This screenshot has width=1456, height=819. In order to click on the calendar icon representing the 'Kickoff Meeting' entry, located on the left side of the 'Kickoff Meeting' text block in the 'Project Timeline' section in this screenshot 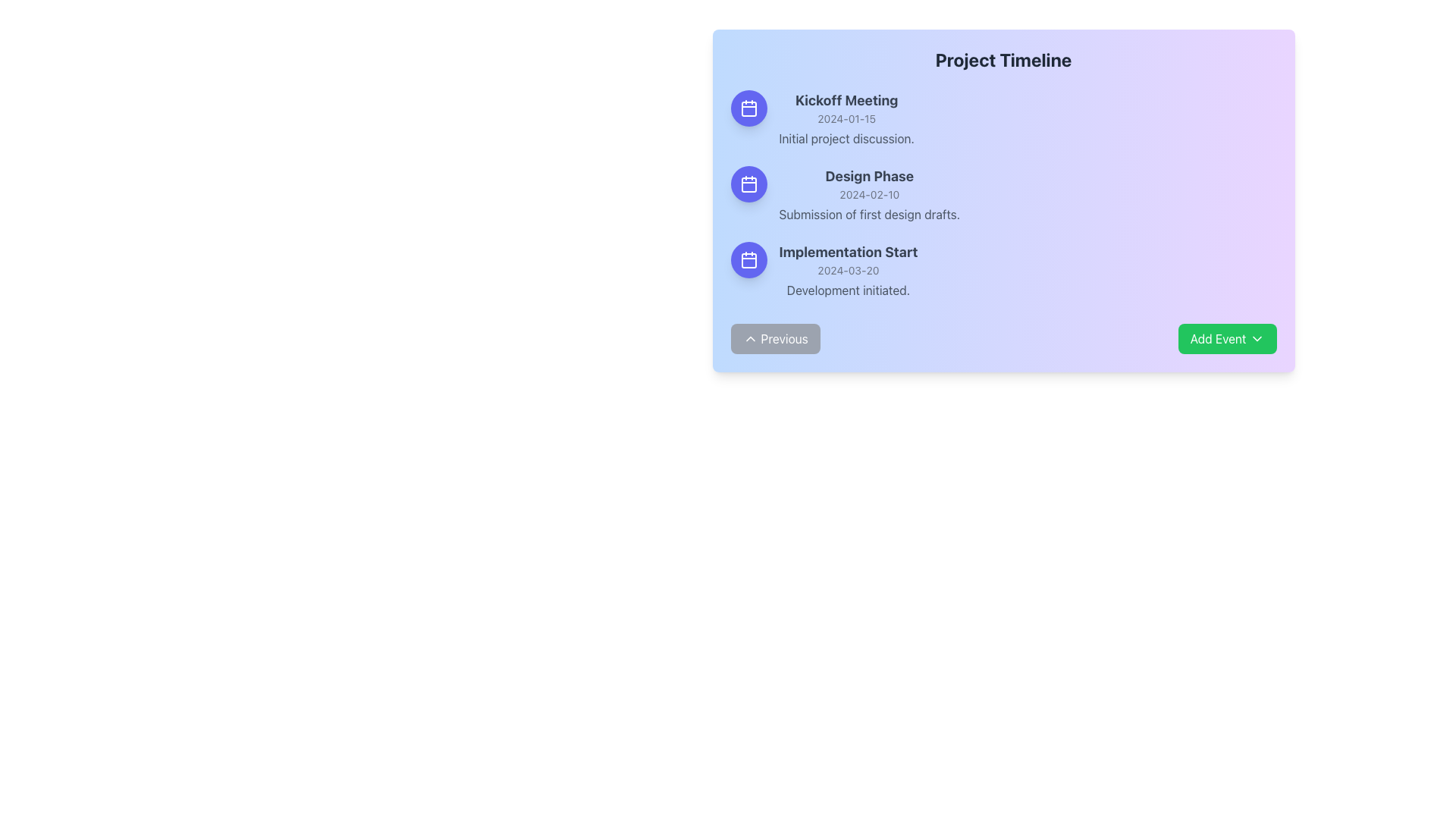, I will do `click(748, 107)`.